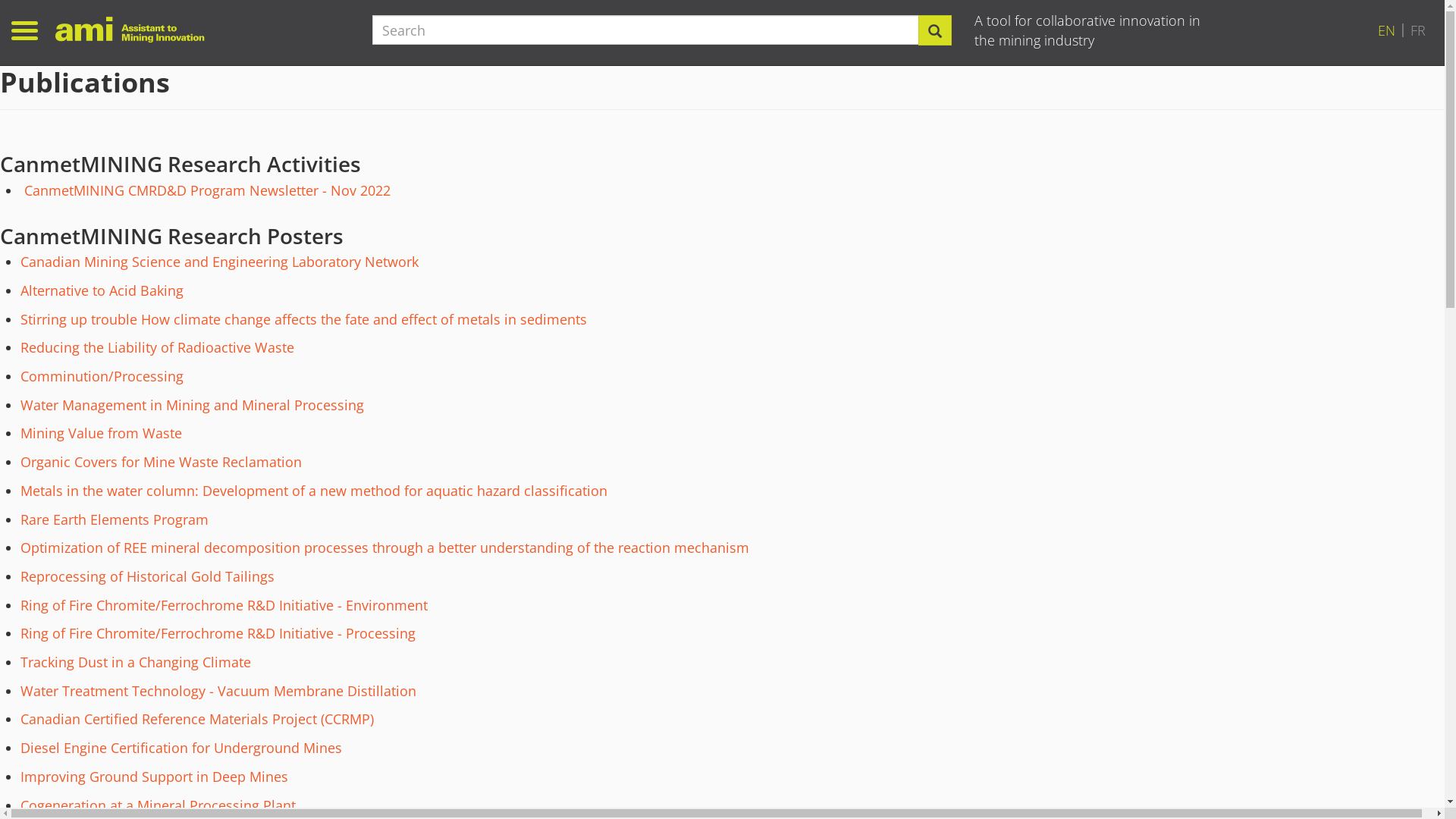 The image size is (1456, 819). Describe the element at coordinates (218, 690) in the screenshot. I see `'Water Treatment Technology - Vacuum Membrane Distillation'` at that location.